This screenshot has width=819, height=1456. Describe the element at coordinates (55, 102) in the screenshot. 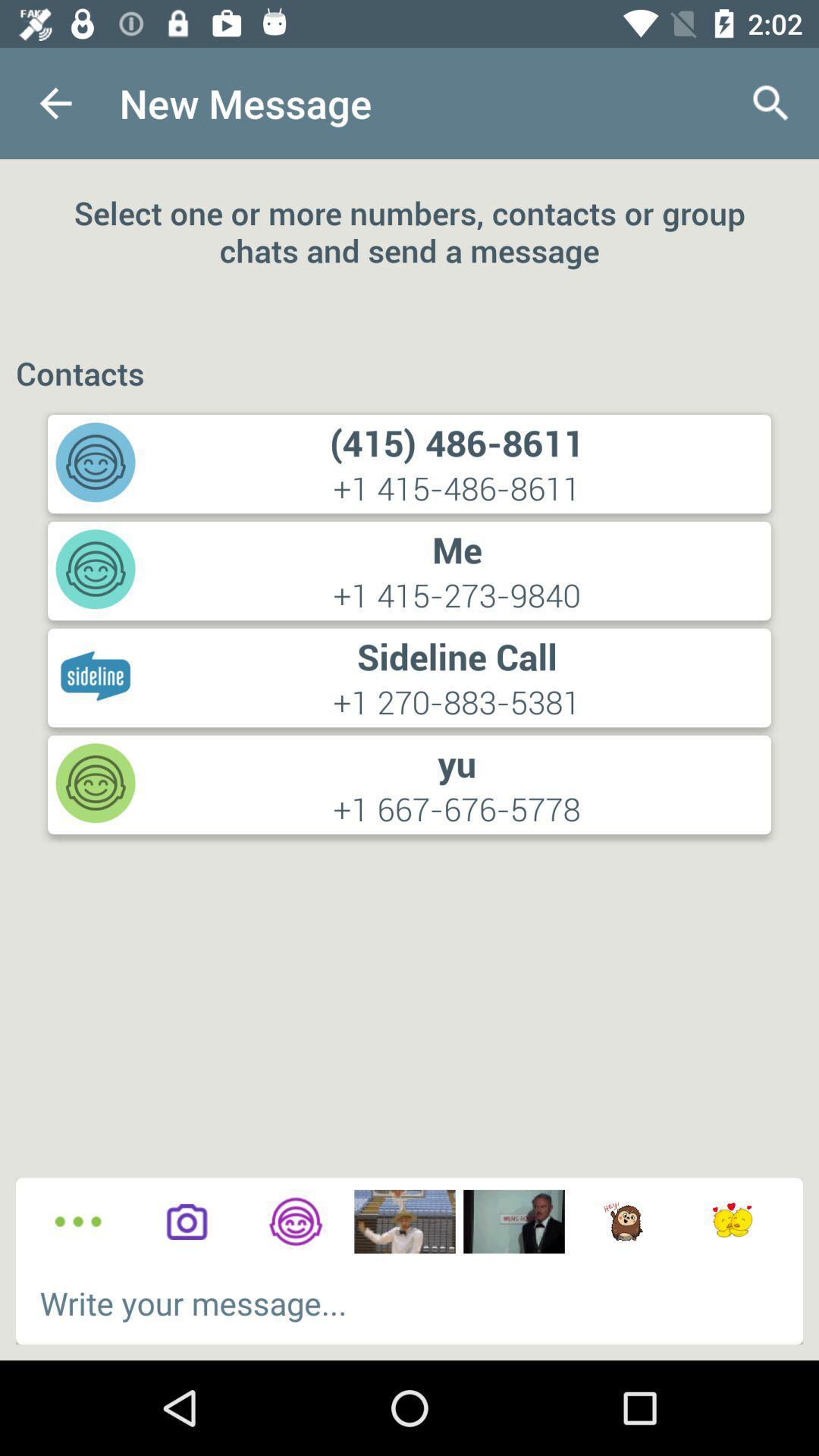

I see `the icon to the left of new message` at that location.